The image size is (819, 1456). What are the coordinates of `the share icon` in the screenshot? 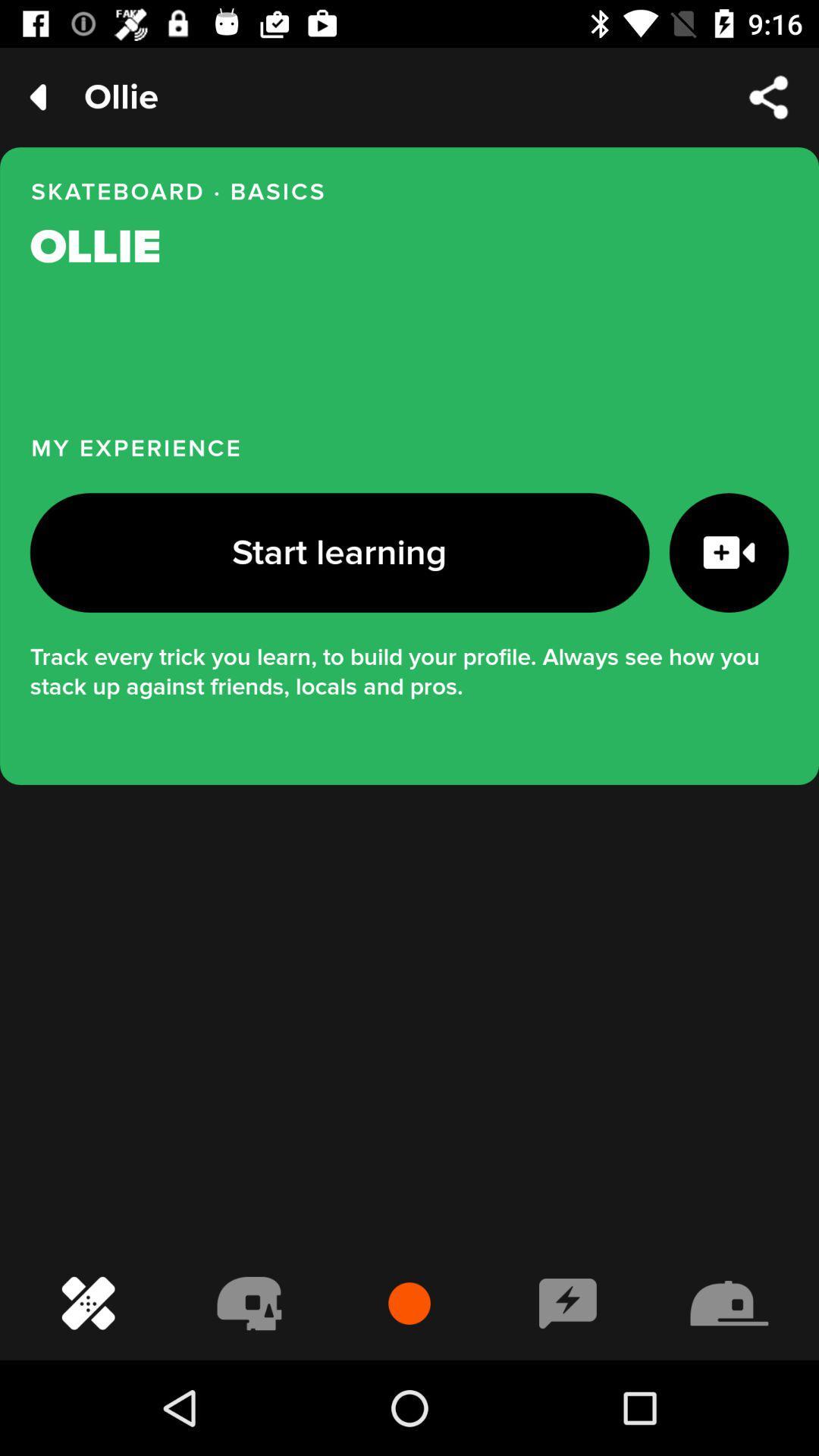 It's located at (769, 96).